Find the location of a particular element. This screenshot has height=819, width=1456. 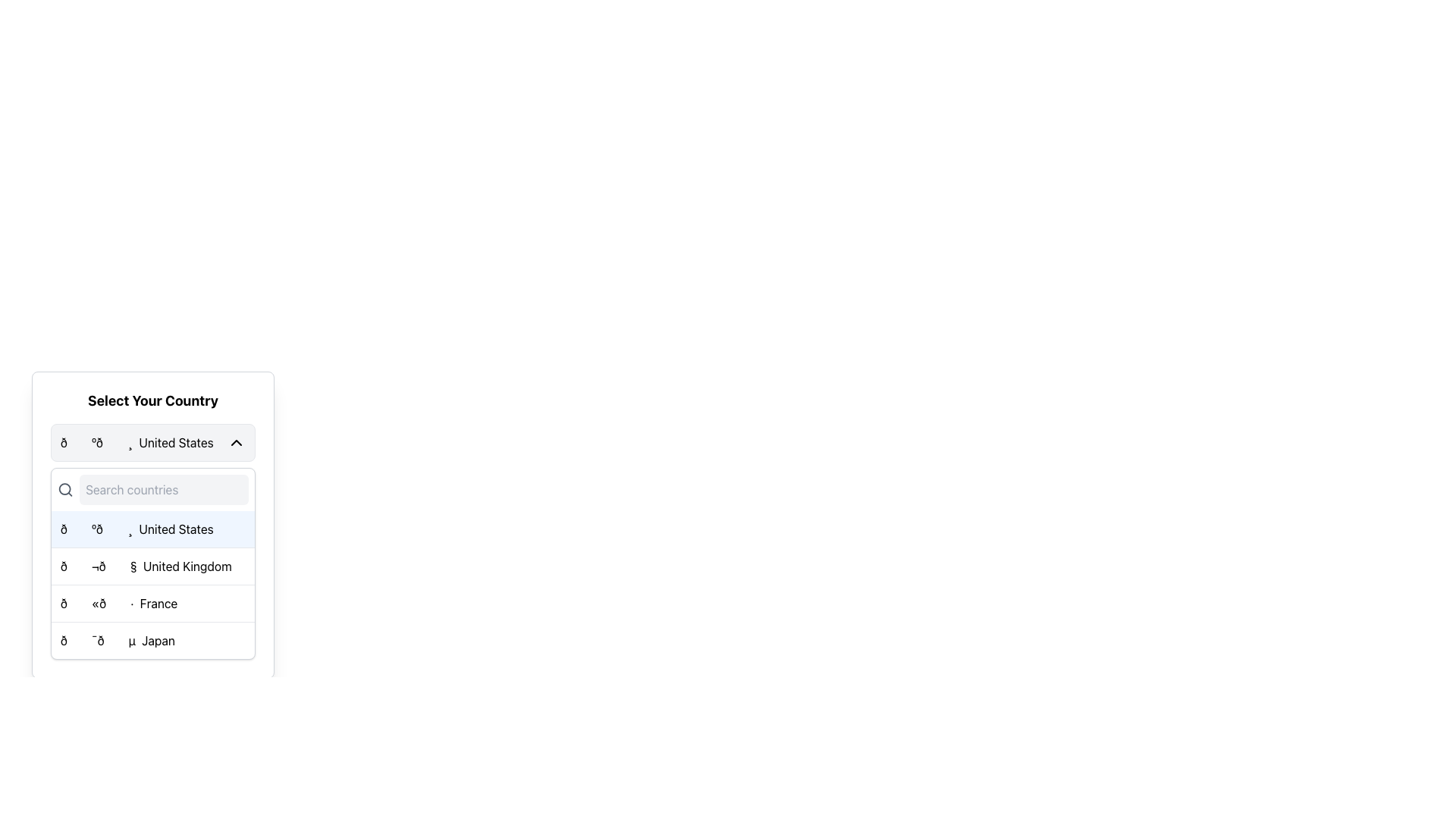

the country display element, which shows the selected country with a flag emoji and name, located in the dropdown menu under 'Select Your Country' is located at coordinates (136, 442).